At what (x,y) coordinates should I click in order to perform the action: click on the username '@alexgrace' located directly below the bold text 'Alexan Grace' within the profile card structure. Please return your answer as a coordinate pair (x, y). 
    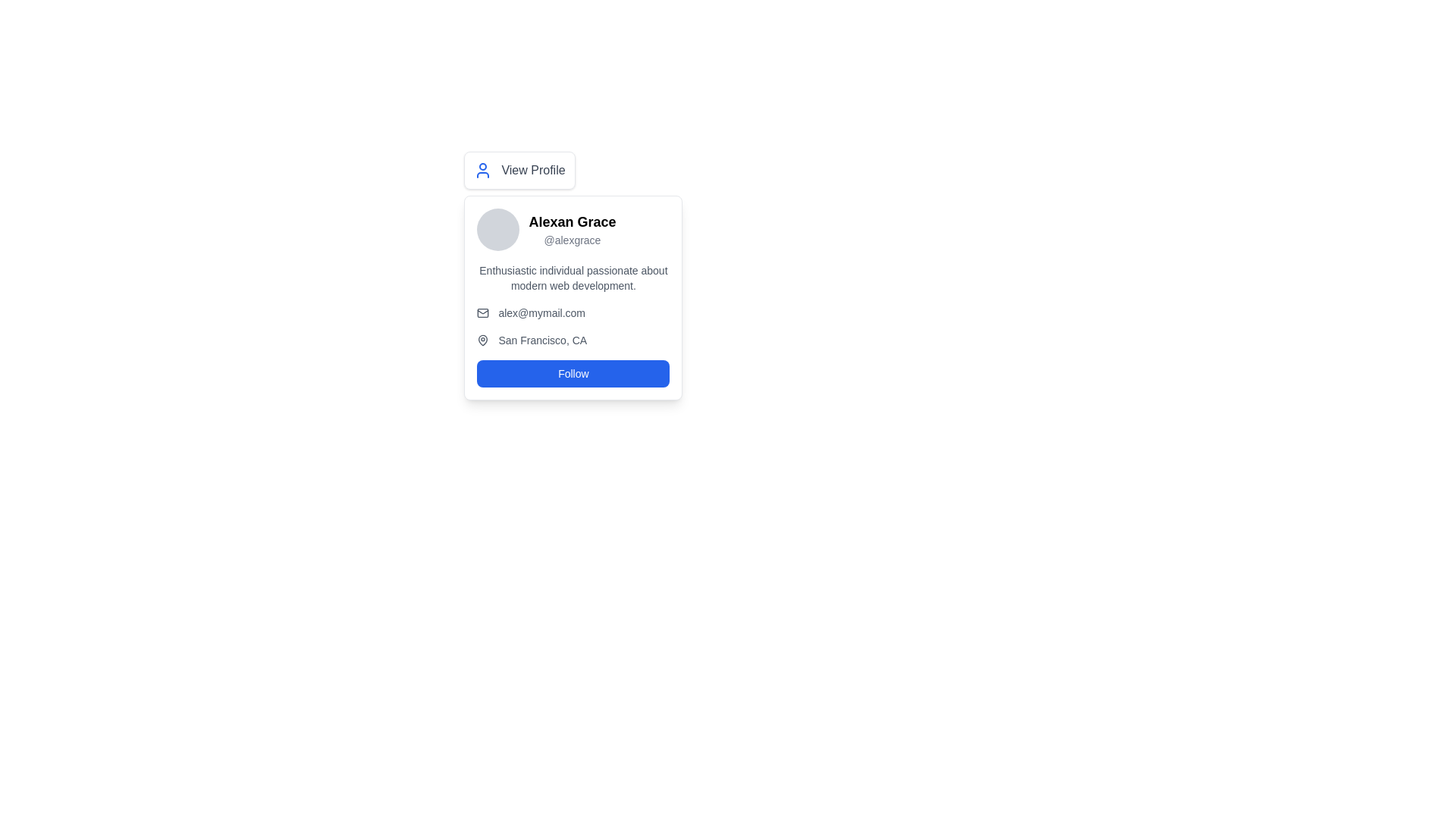
    Looking at the image, I should click on (571, 239).